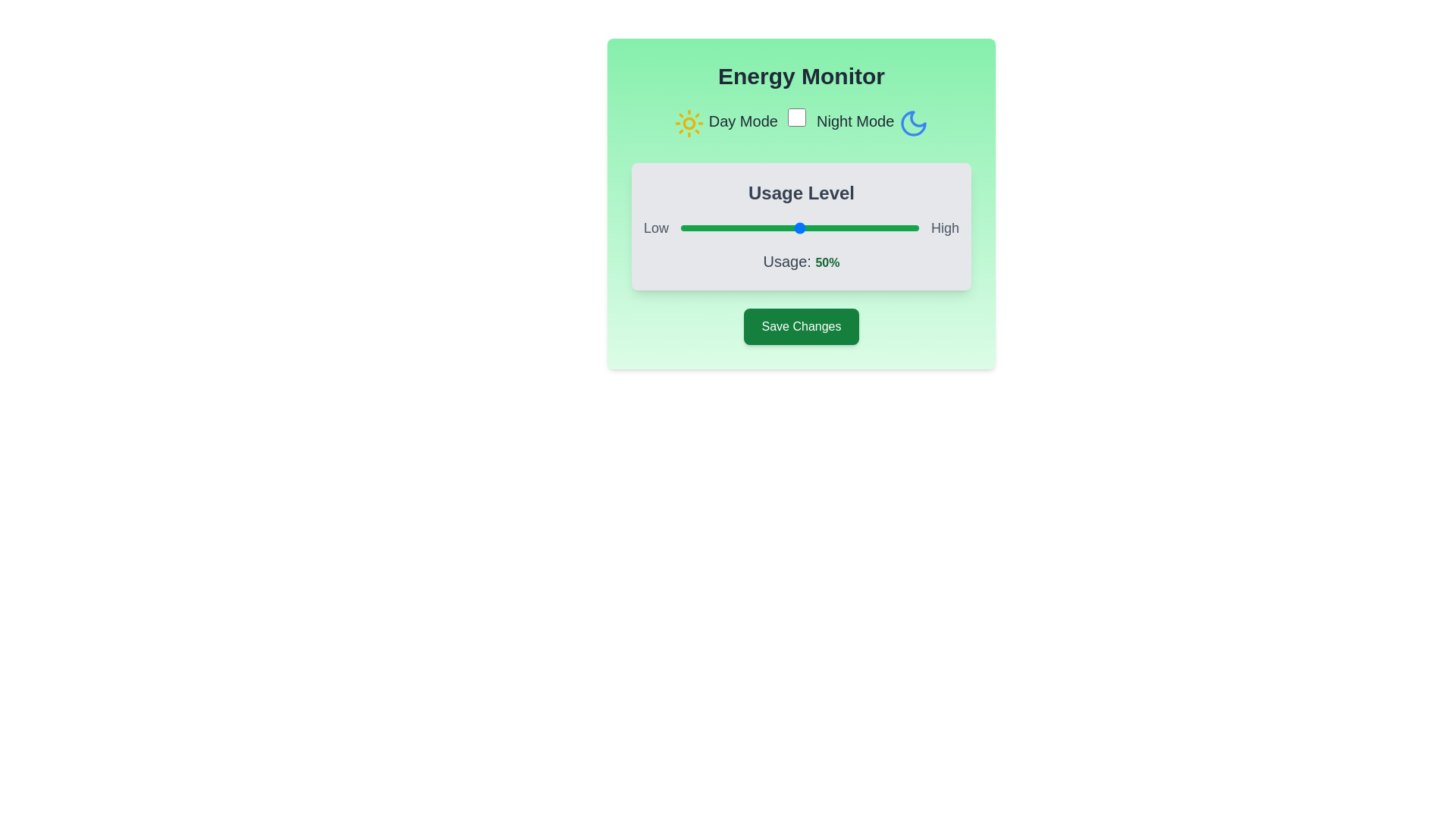  Describe the element at coordinates (776, 227) in the screenshot. I see `the slider` at that location.